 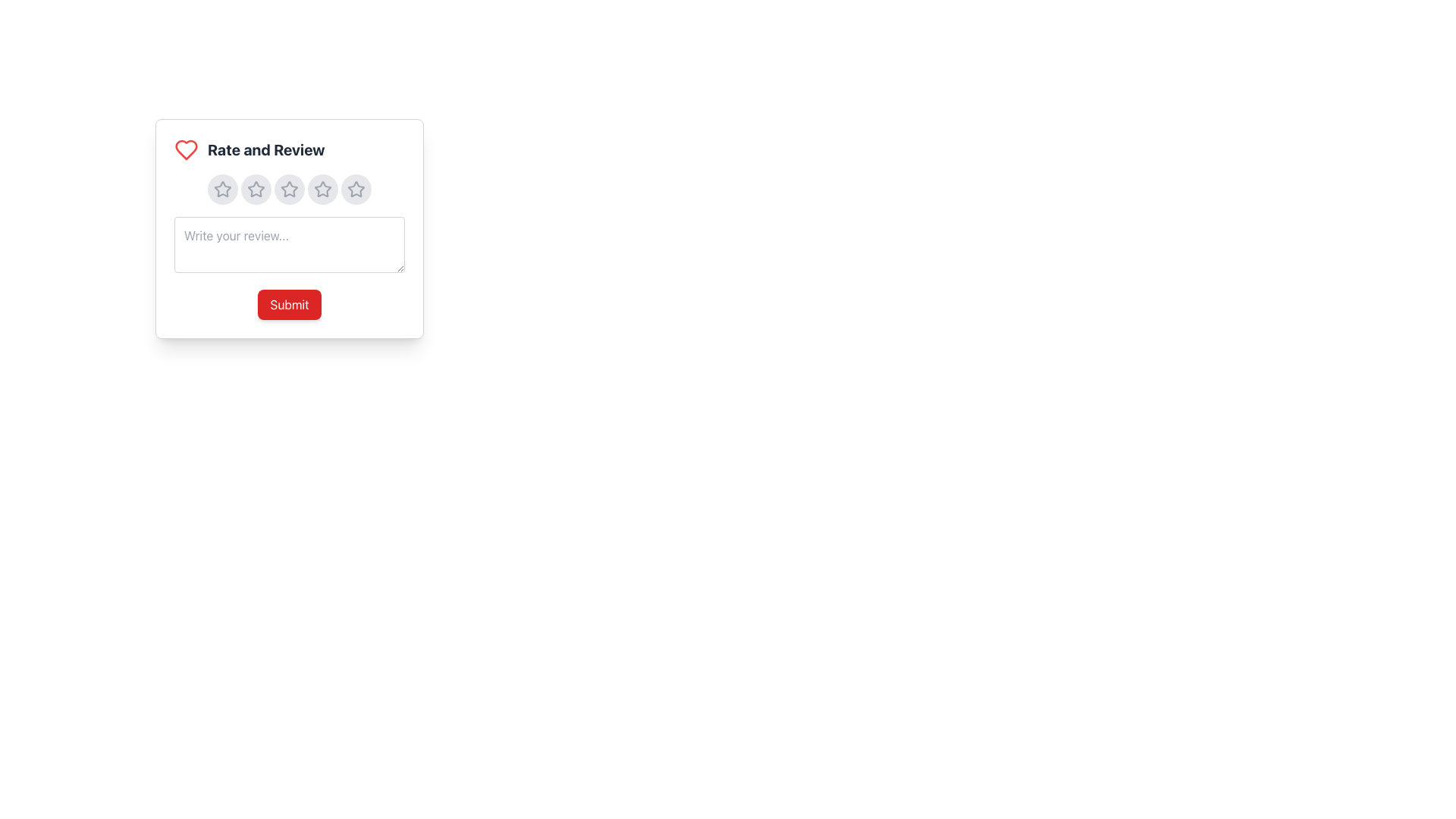 I want to click on the fourth star button in the rating panel, so click(x=322, y=189).